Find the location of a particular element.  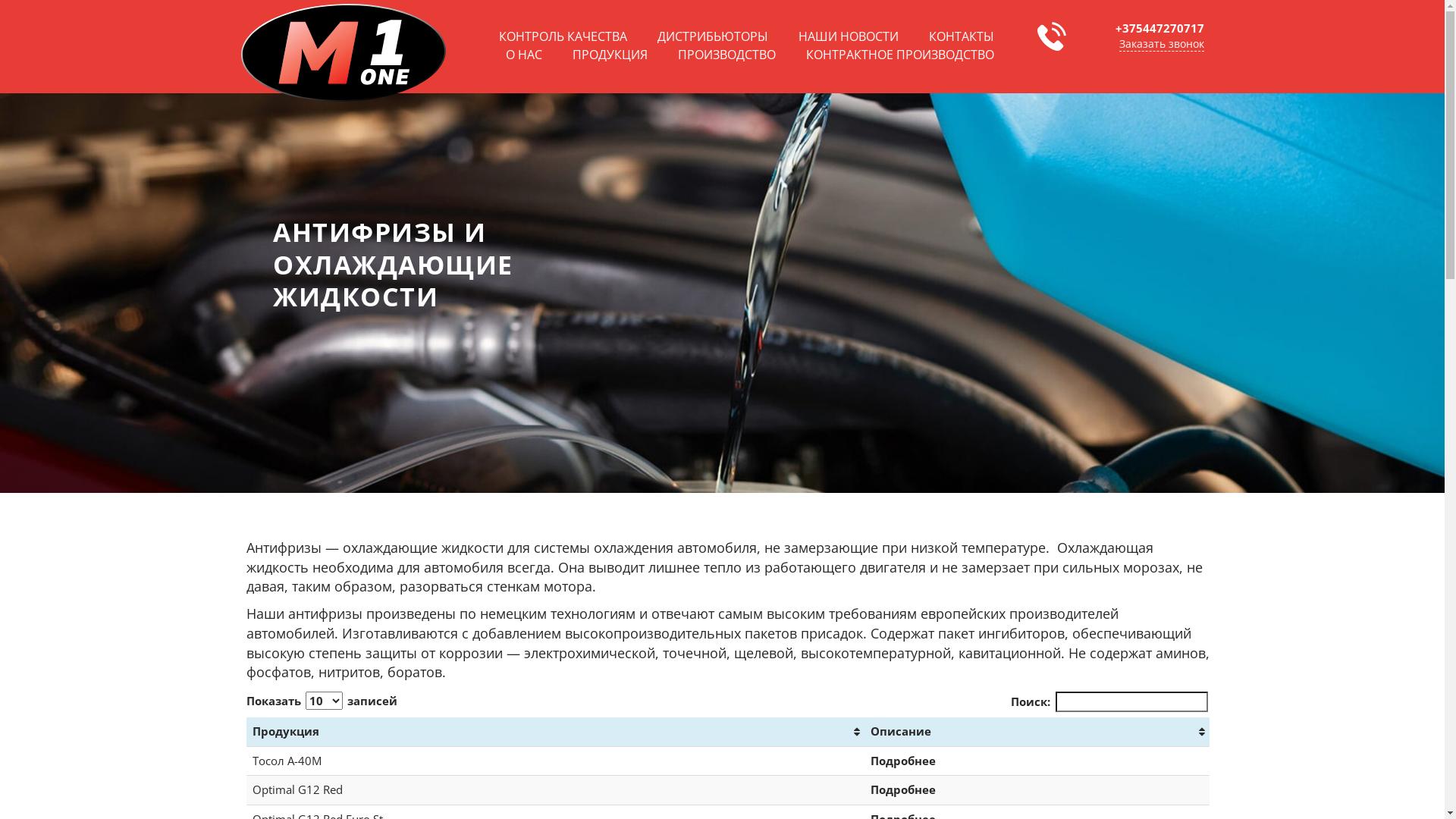

'+375447270717' is located at coordinates (1114, 28).